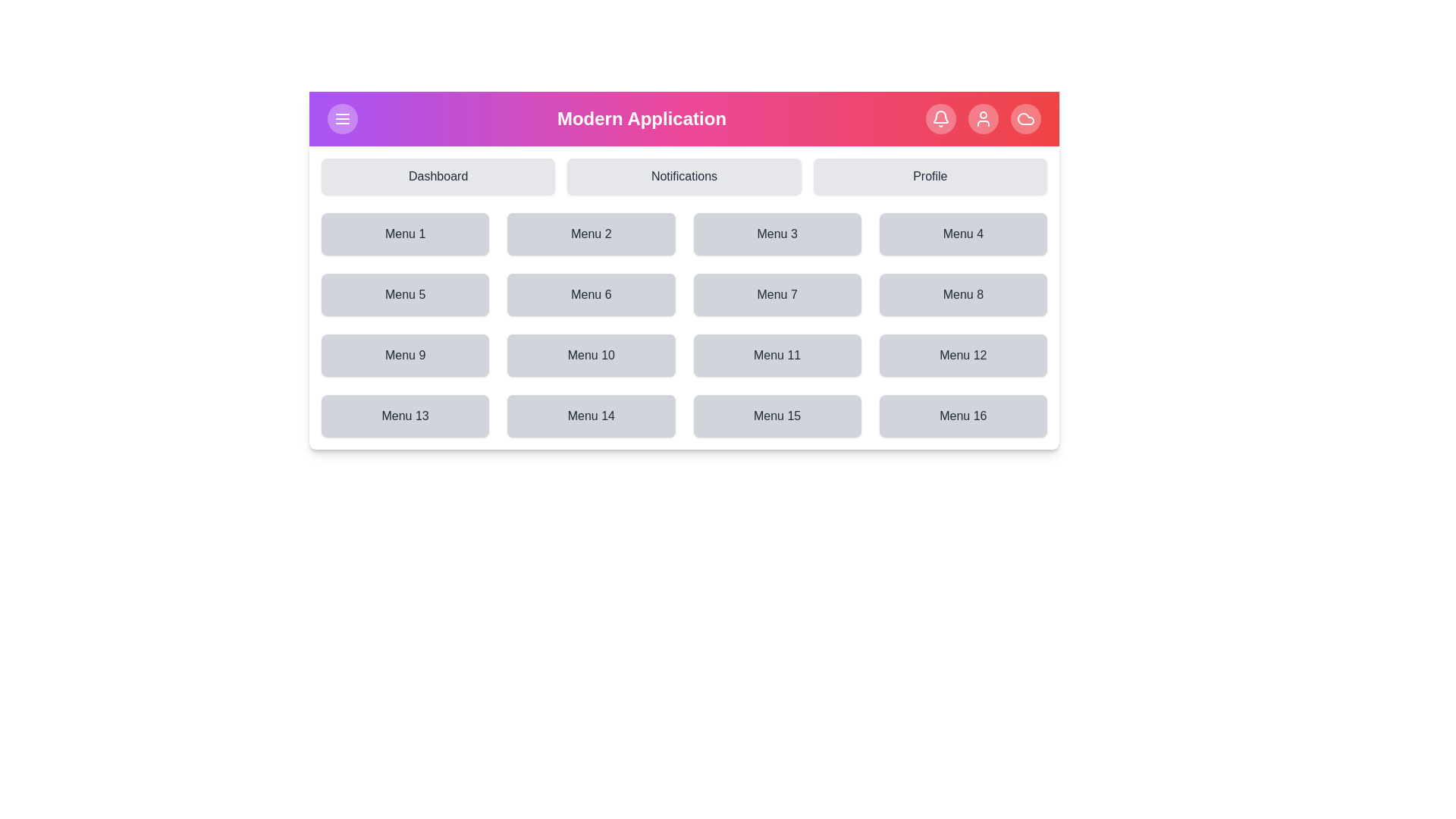 This screenshot has width=1456, height=819. What do you see at coordinates (929, 175) in the screenshot?
I see `the Profile tab in the navigation bar` at bounding box center [929, 175].